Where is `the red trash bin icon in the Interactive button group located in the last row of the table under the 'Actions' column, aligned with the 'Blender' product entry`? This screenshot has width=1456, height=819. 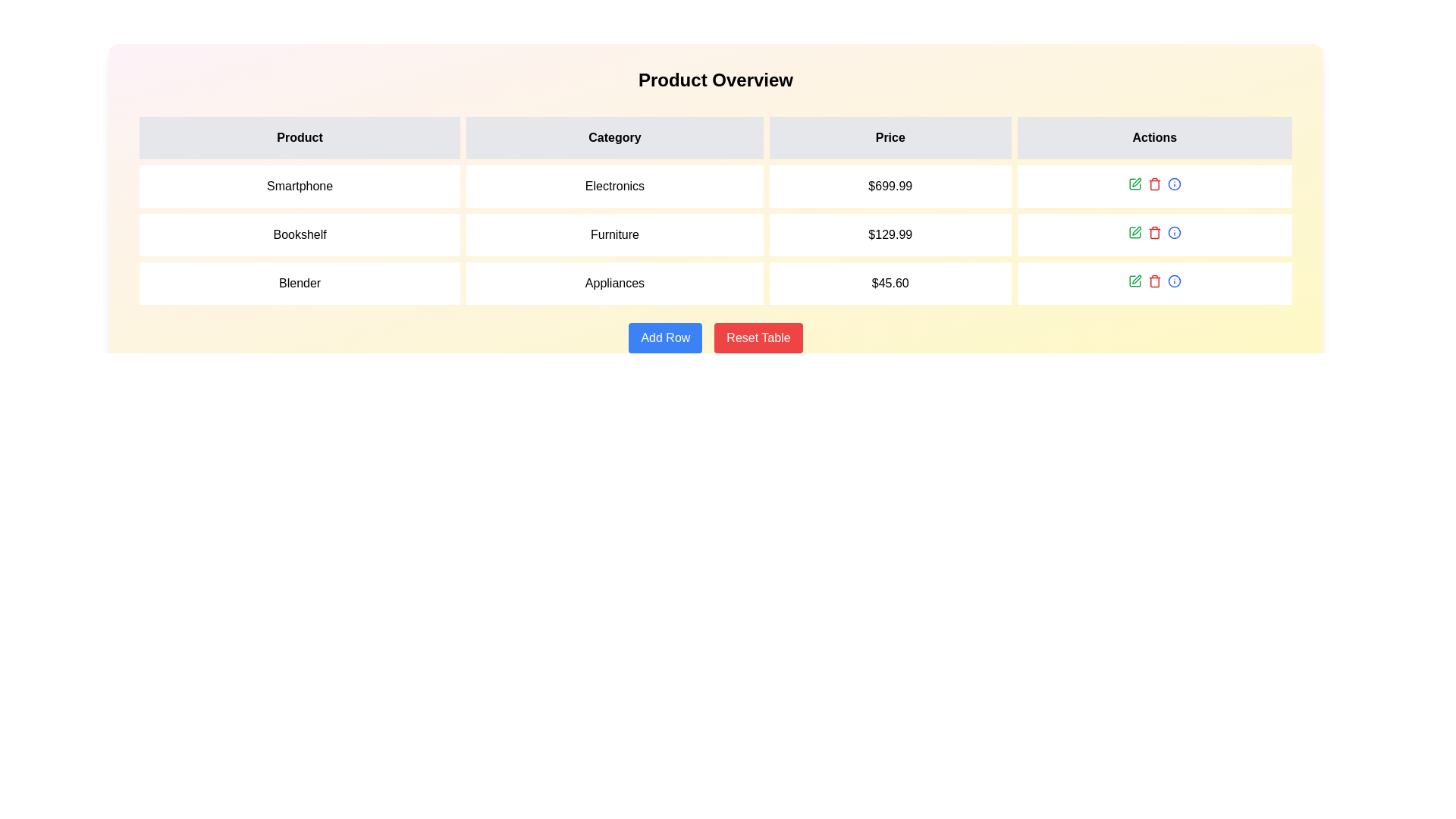 the red trash bin icon in the Interactive button group located in the last row of the table under the 'Actions' column, aligned with the 'Blender' product entry is located at coordinates (1153, 281).